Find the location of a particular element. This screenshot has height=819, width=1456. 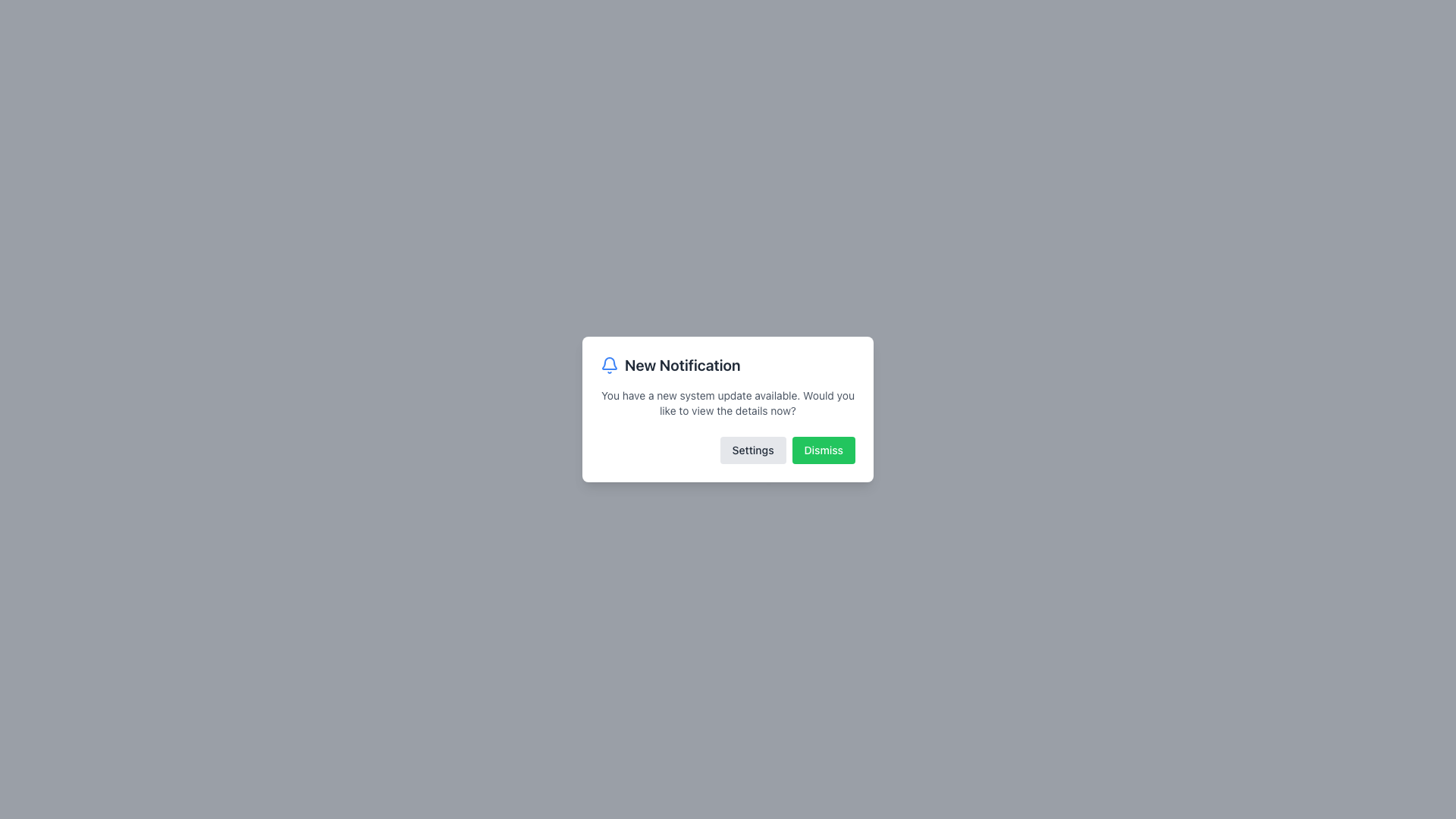

the 'Dismiss' button, which has a green background and white bold text is located at coordinates (823, 450).